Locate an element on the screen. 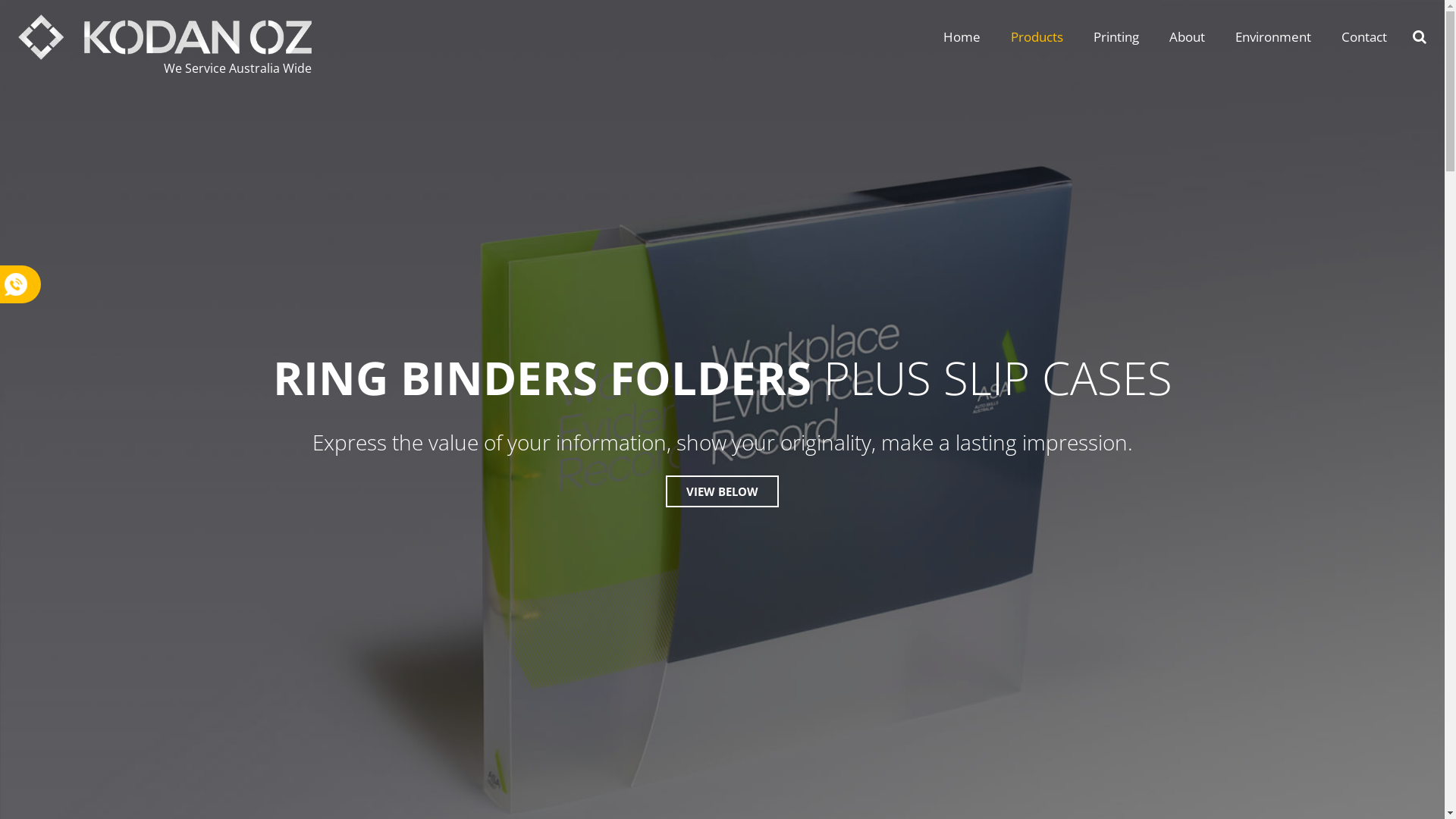 The image size is (1456, 819). 'Printing' is located at coordinates (1077, 36).